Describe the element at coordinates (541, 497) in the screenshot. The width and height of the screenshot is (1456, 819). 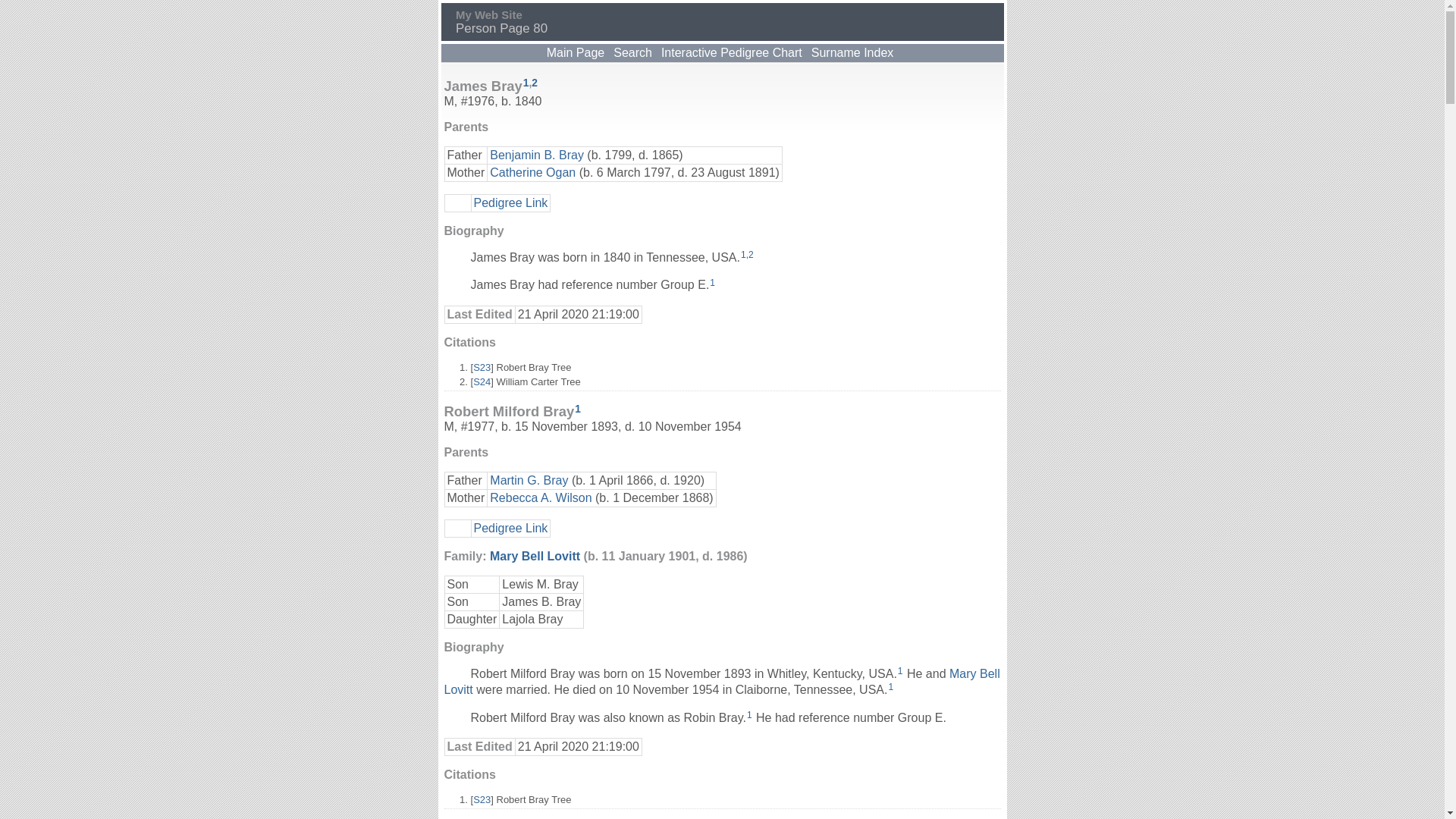
I see `'Rebecca A. Wilson'` at that location.